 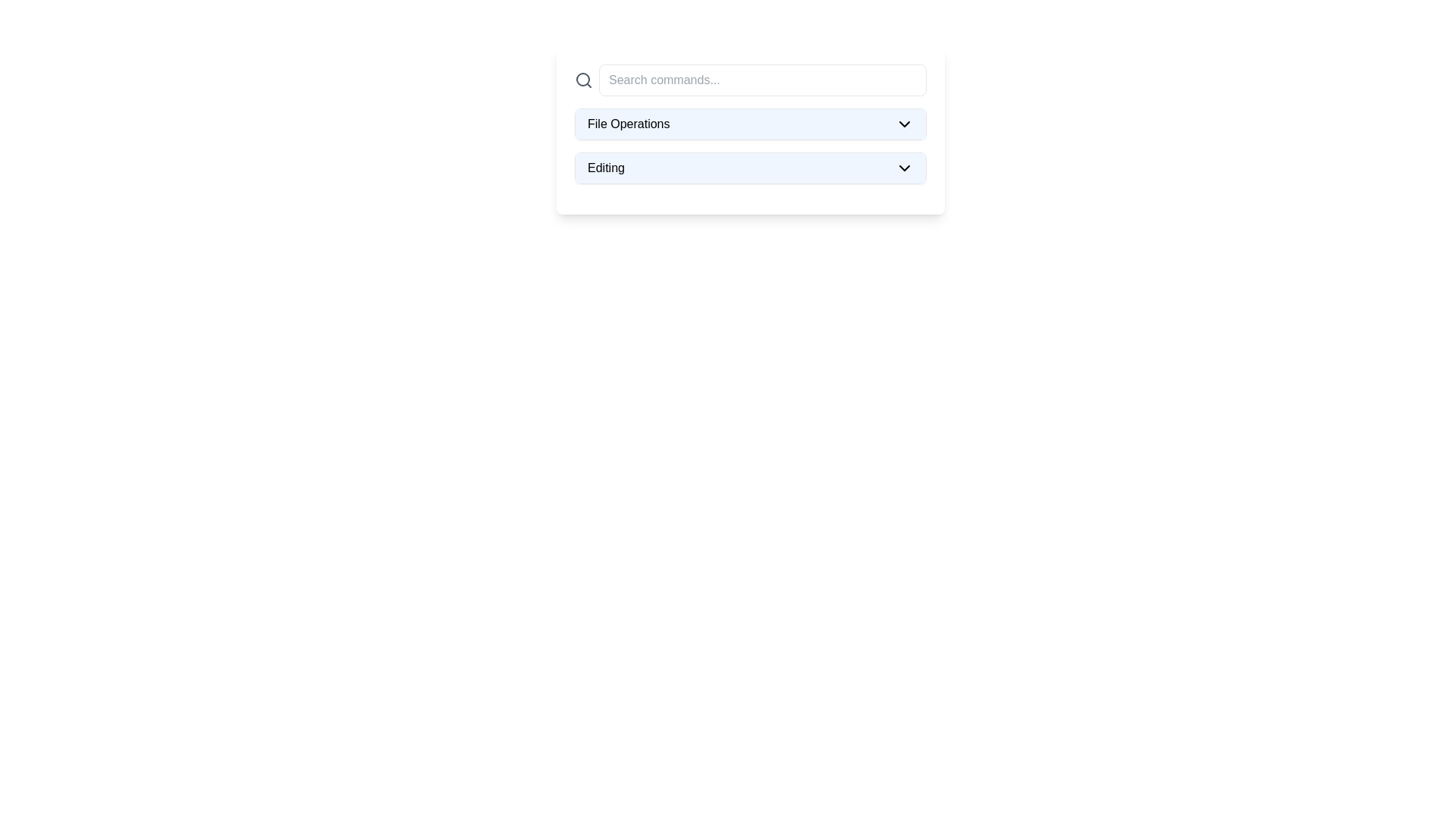 What do you see at coordinates (750, 168) in the screenshot?
I see `the 'Editing' dropdown menu trigger` at bounding box center [750, 168].